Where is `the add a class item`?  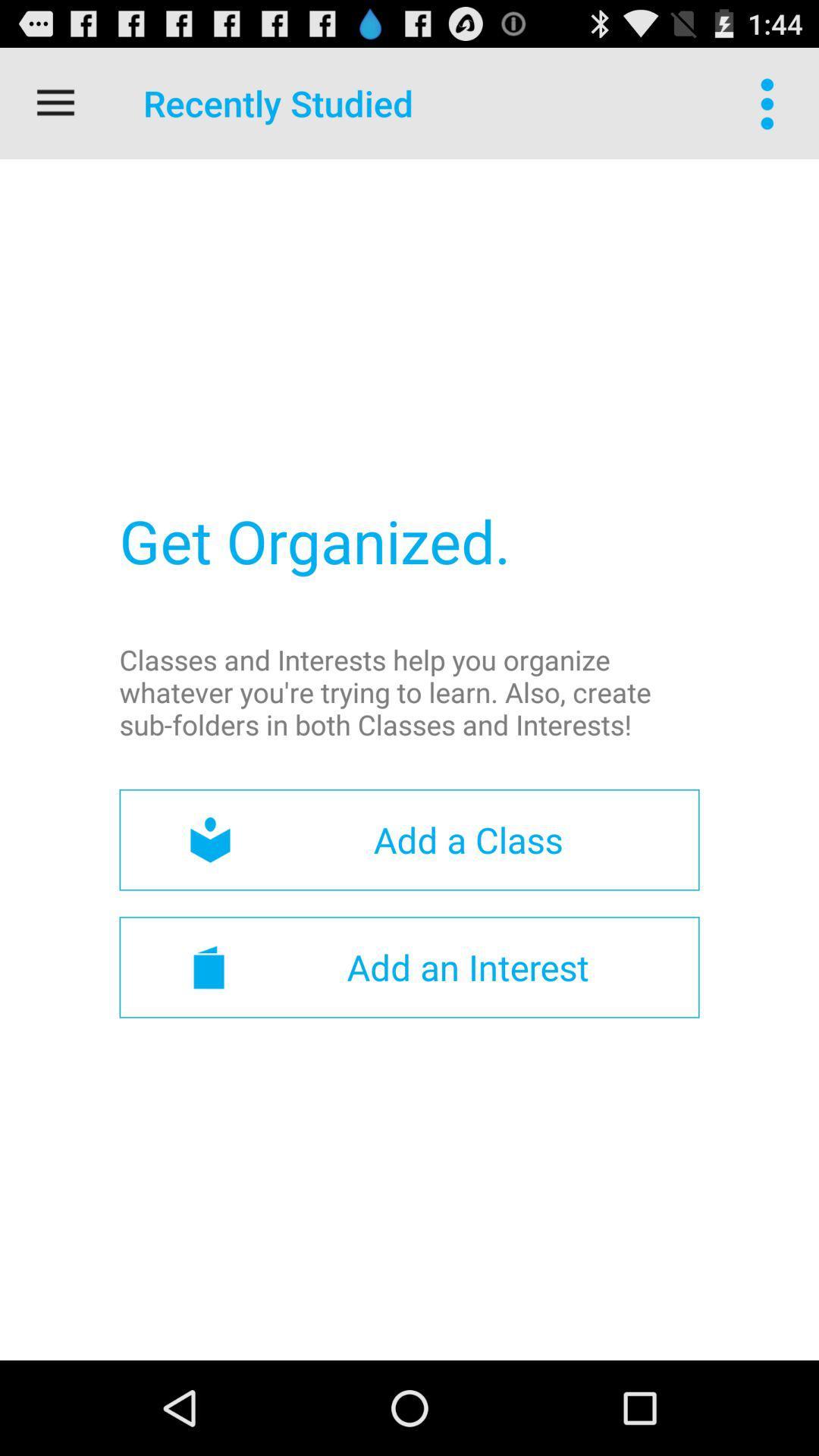 the add a class item is located at coordinates (409, 839).